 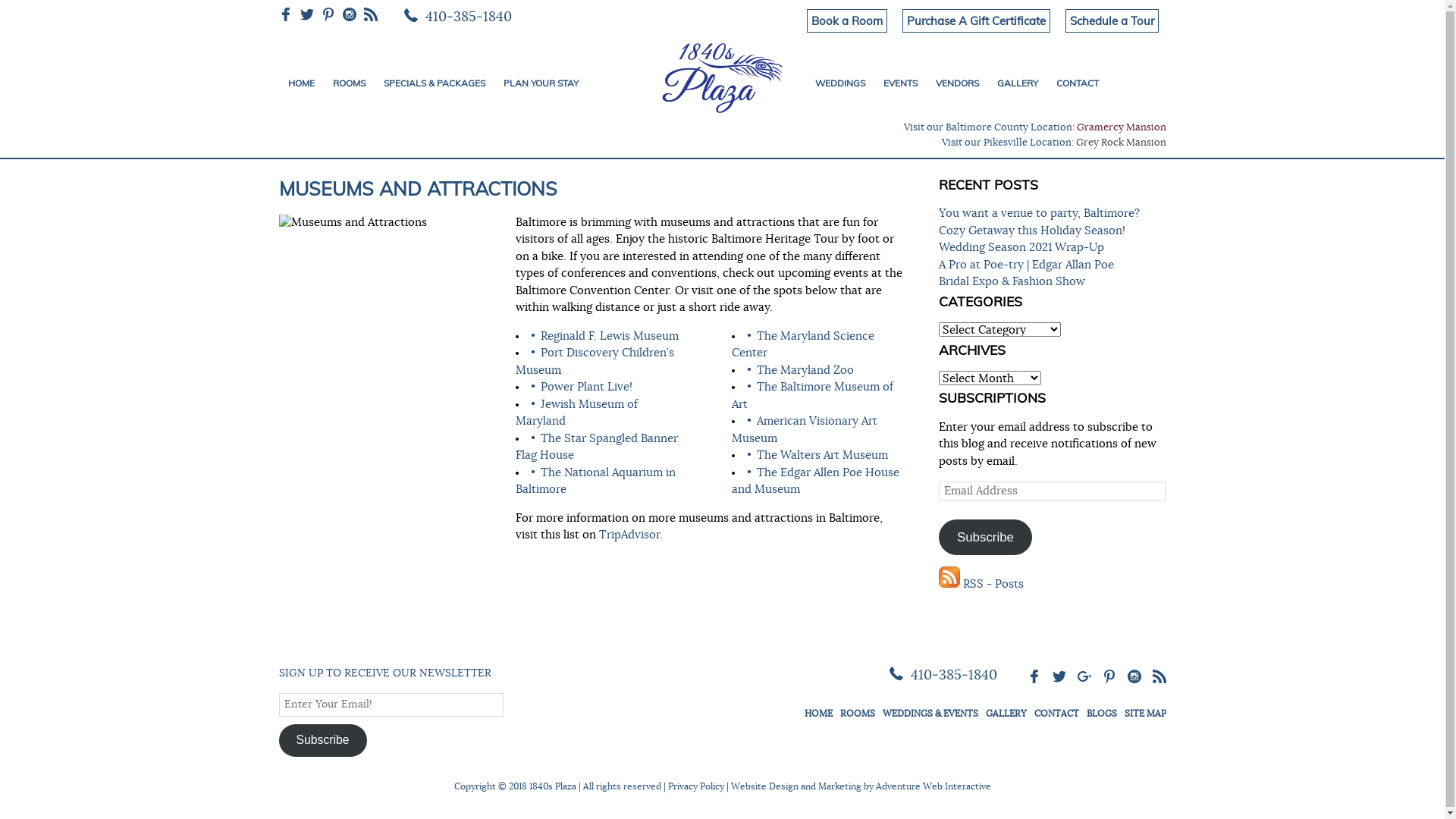 I want to click on 'CONTACT', so click(x=1056, y=713).